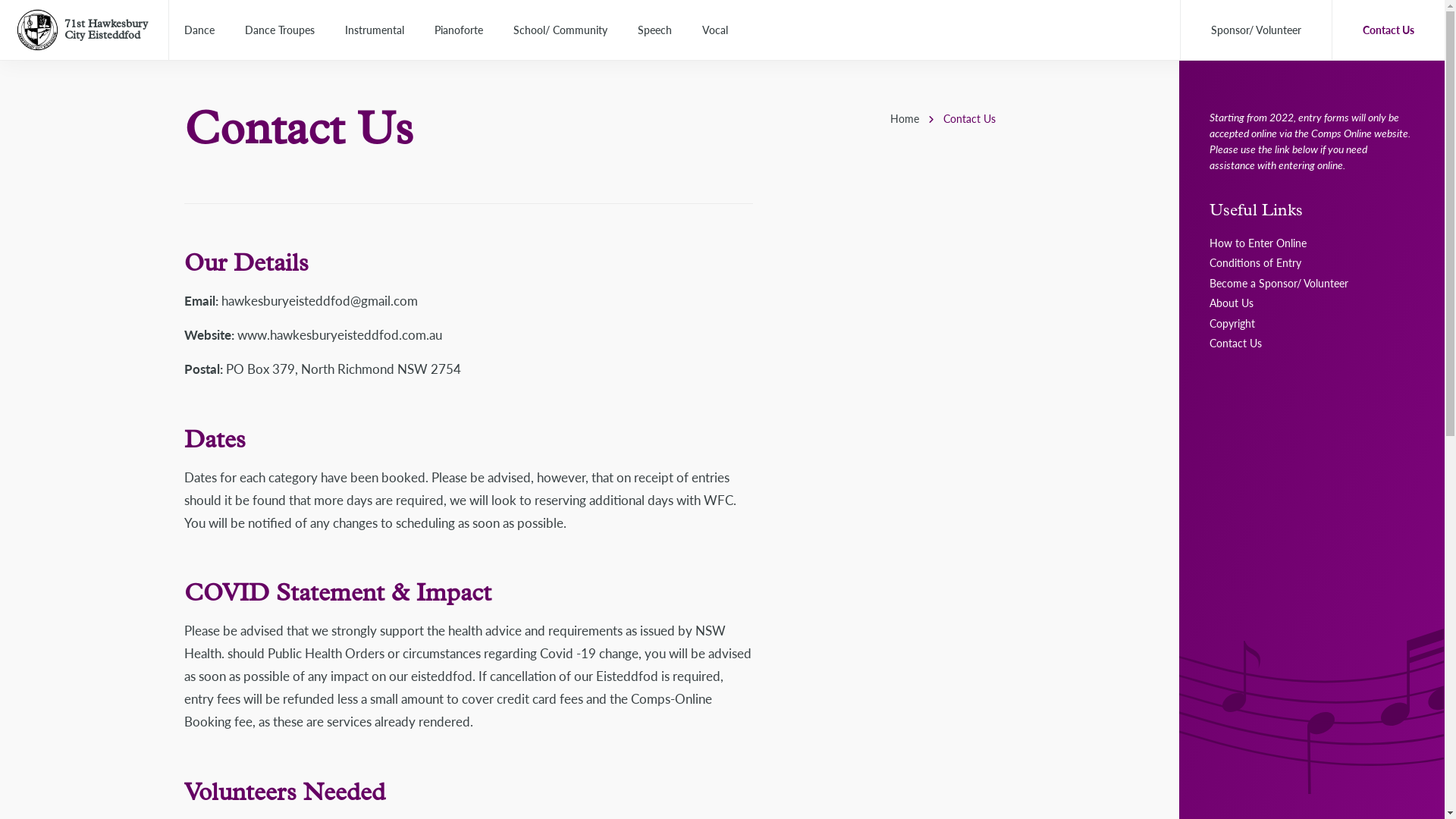  Describe the element at coordinates (280, 30) in the screenshot. I see `'Dance Troupes'` at that location.